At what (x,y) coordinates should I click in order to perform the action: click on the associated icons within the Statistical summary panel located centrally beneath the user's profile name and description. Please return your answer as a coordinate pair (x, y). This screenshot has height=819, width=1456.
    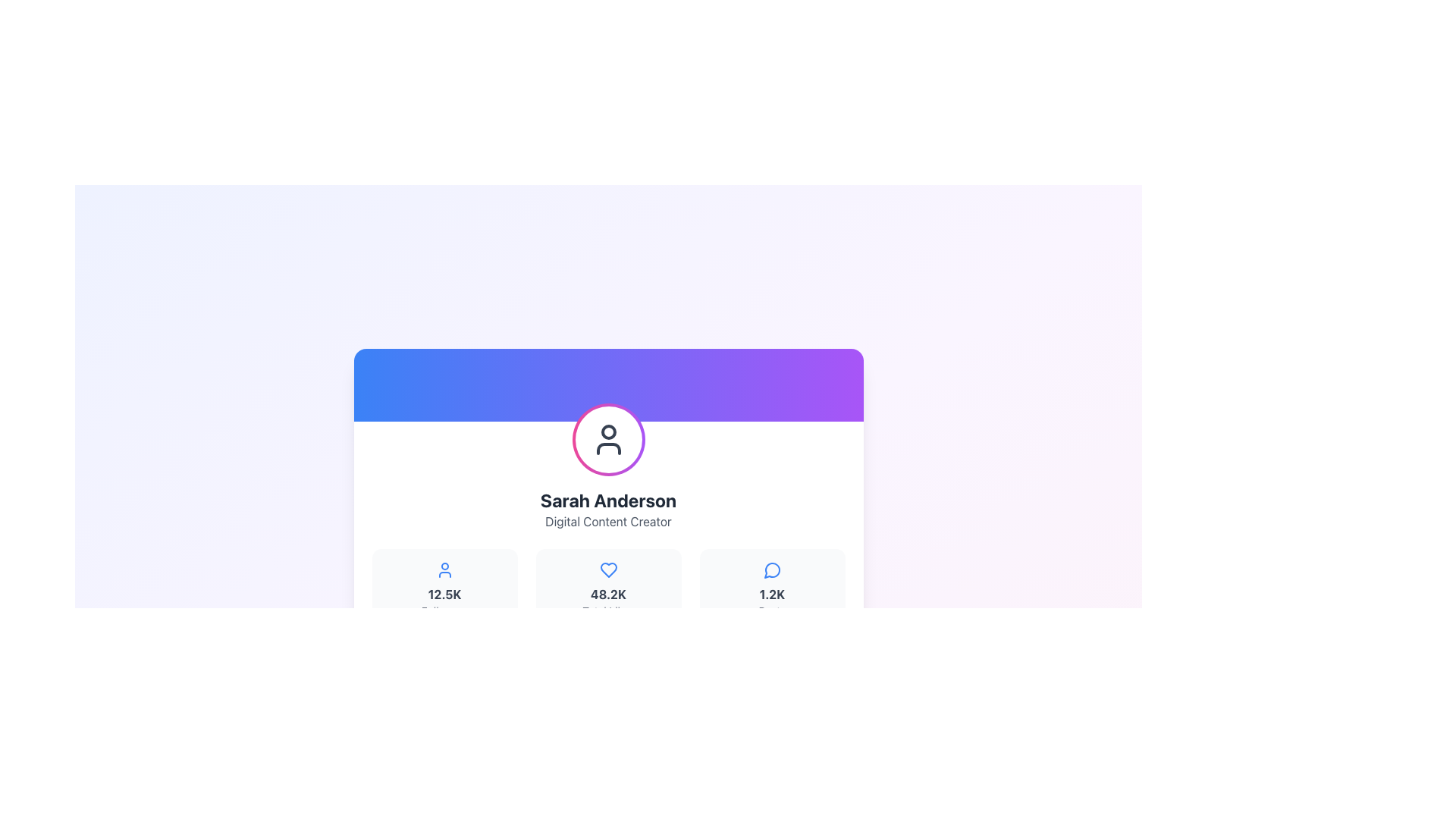
    Looking at the image, I should click on (608, 589).